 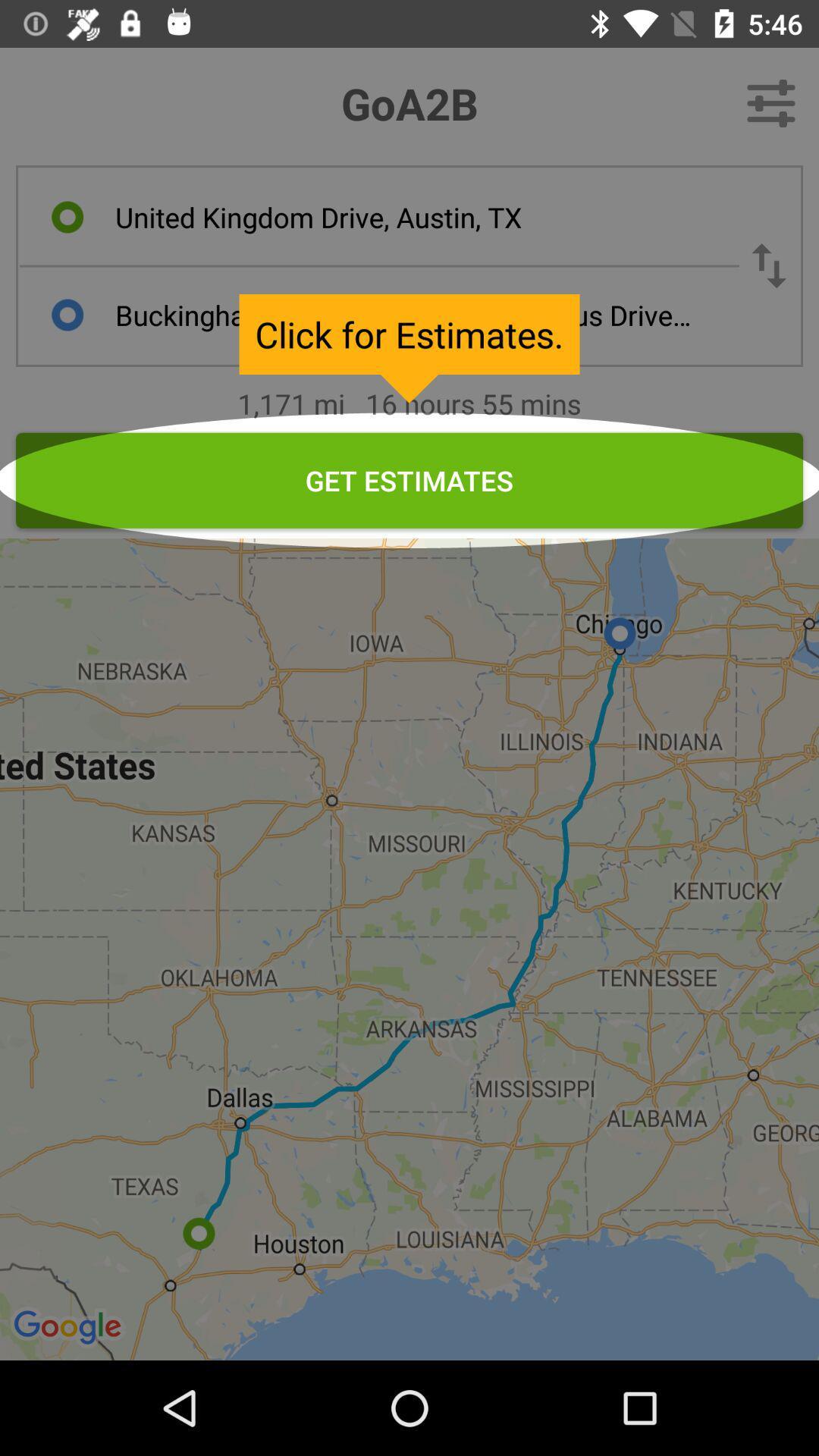 I want to click on reverse travel route, so click(x=769, y=265).